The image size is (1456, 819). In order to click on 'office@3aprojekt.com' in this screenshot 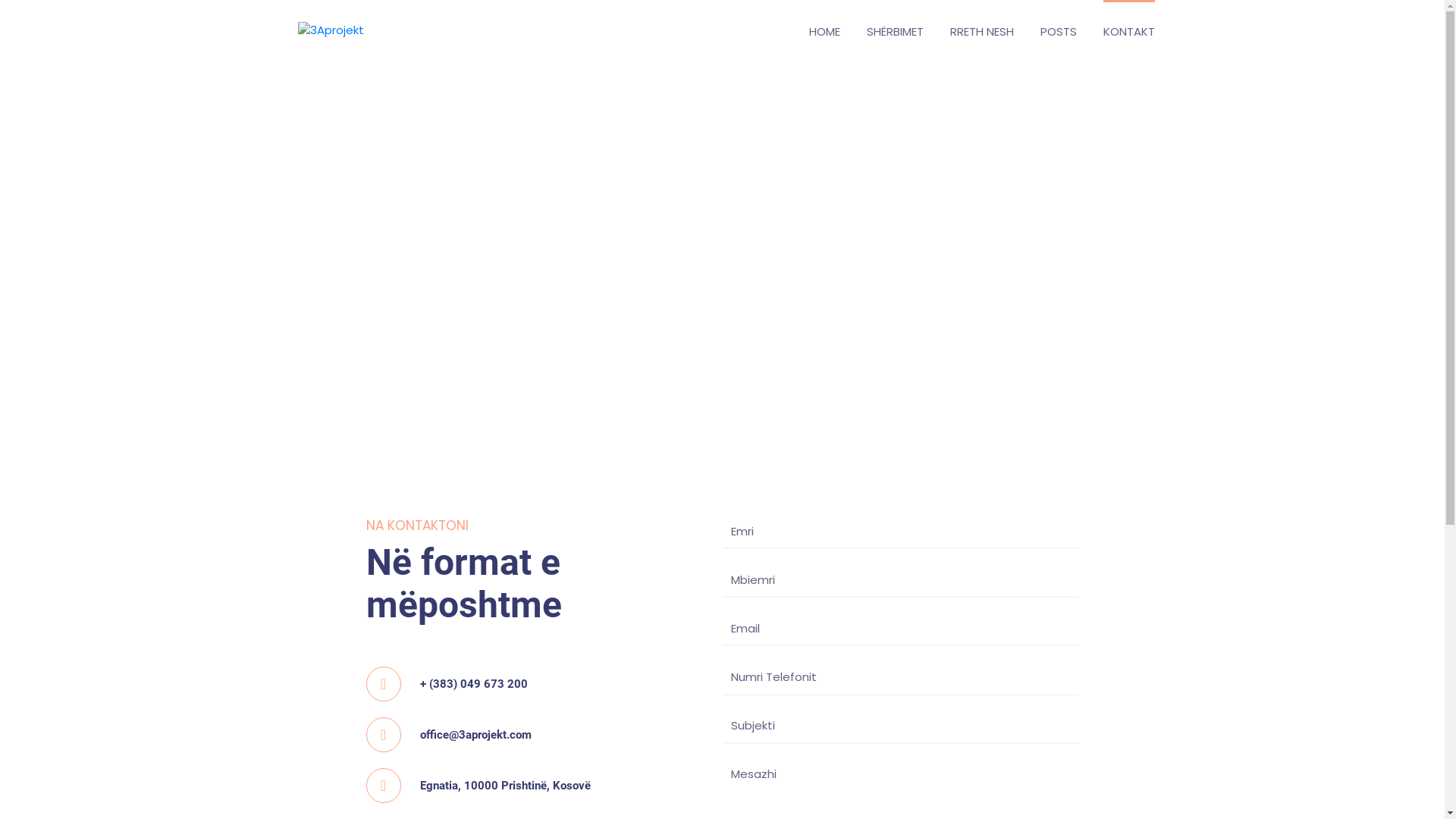, I will do `click(475, 733)`.